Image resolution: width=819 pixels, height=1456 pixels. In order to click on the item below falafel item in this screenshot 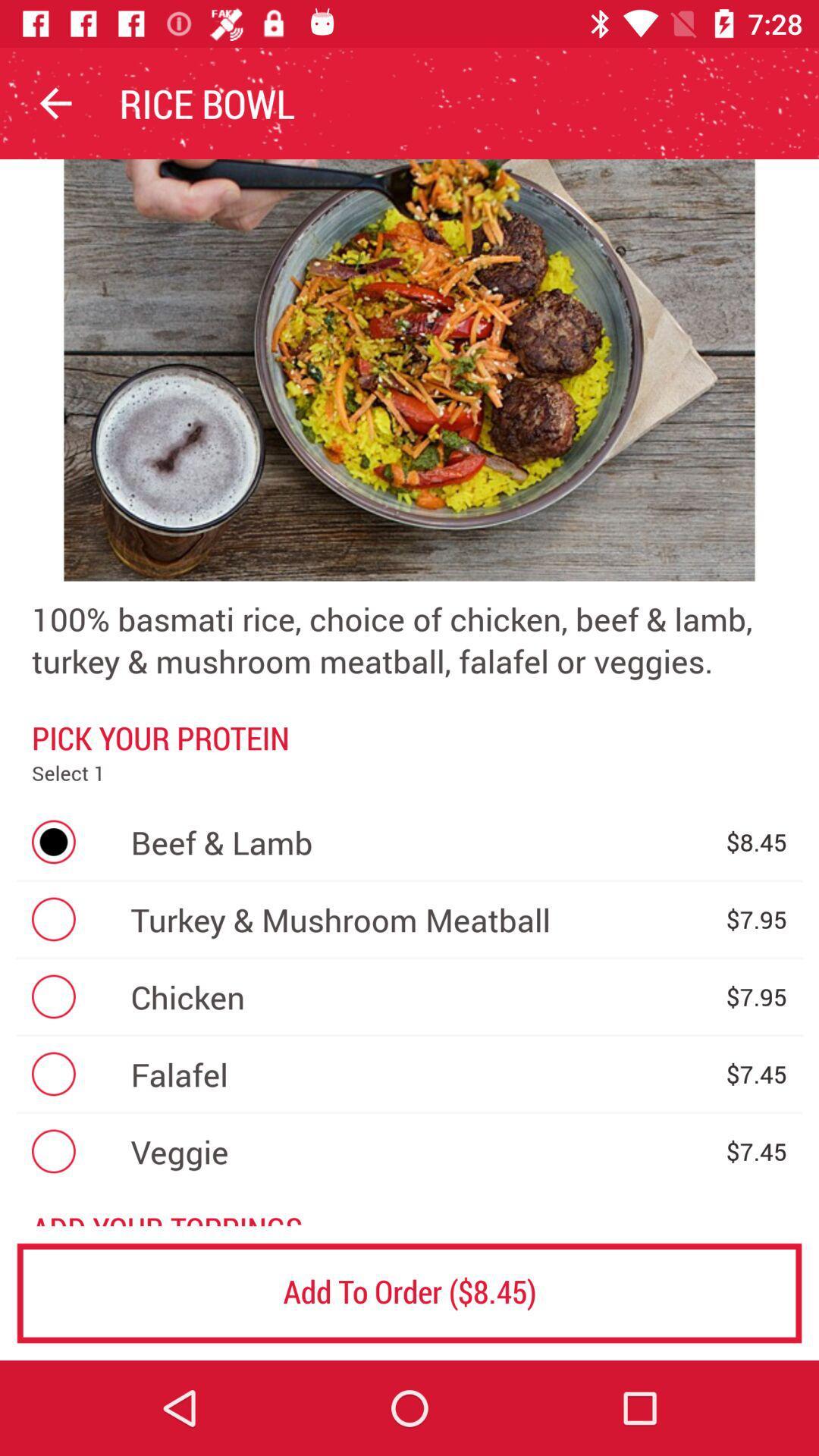, I will do `click(420, 1151)`.